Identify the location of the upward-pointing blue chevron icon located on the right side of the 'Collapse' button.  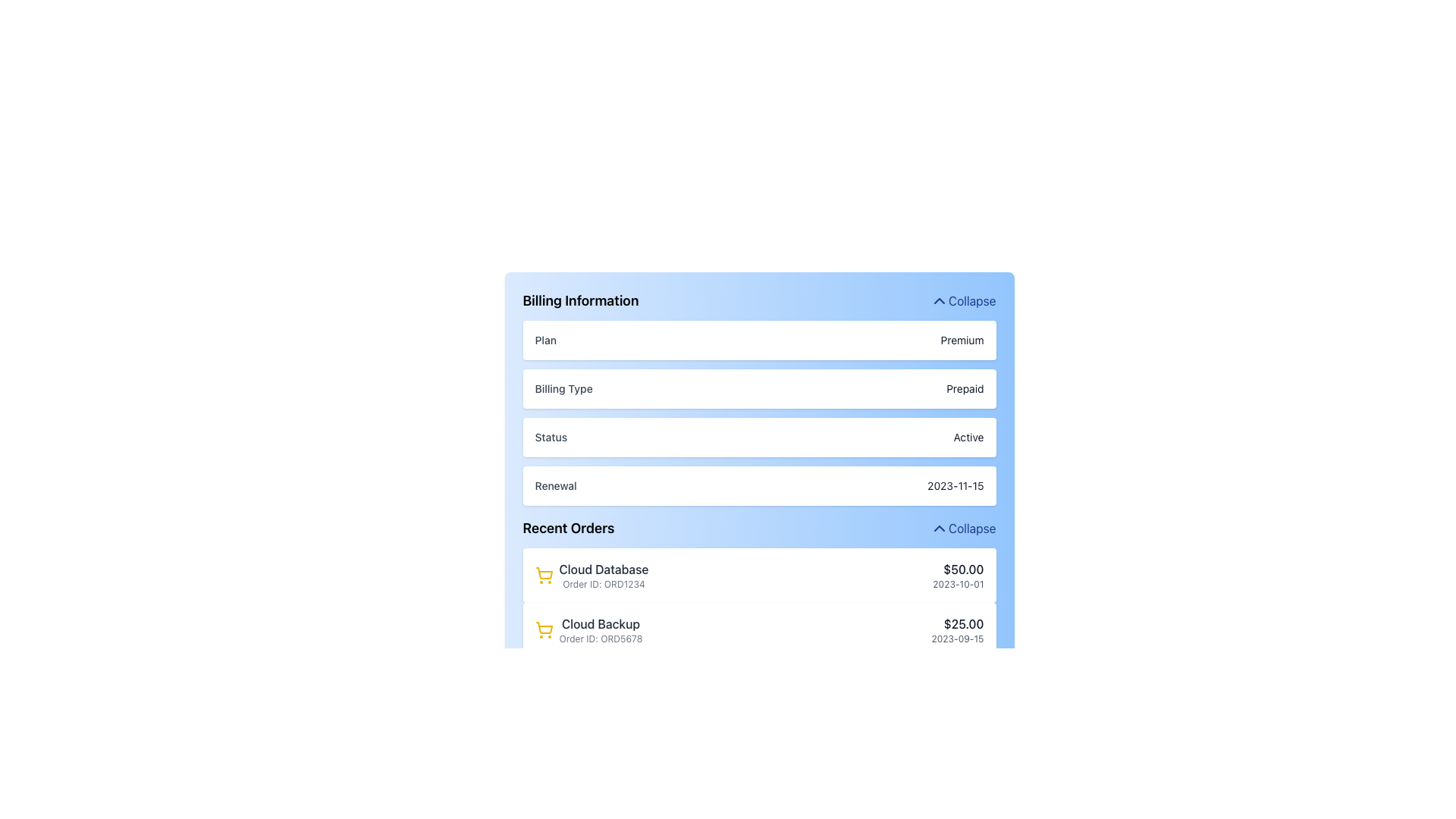
(938, 301).